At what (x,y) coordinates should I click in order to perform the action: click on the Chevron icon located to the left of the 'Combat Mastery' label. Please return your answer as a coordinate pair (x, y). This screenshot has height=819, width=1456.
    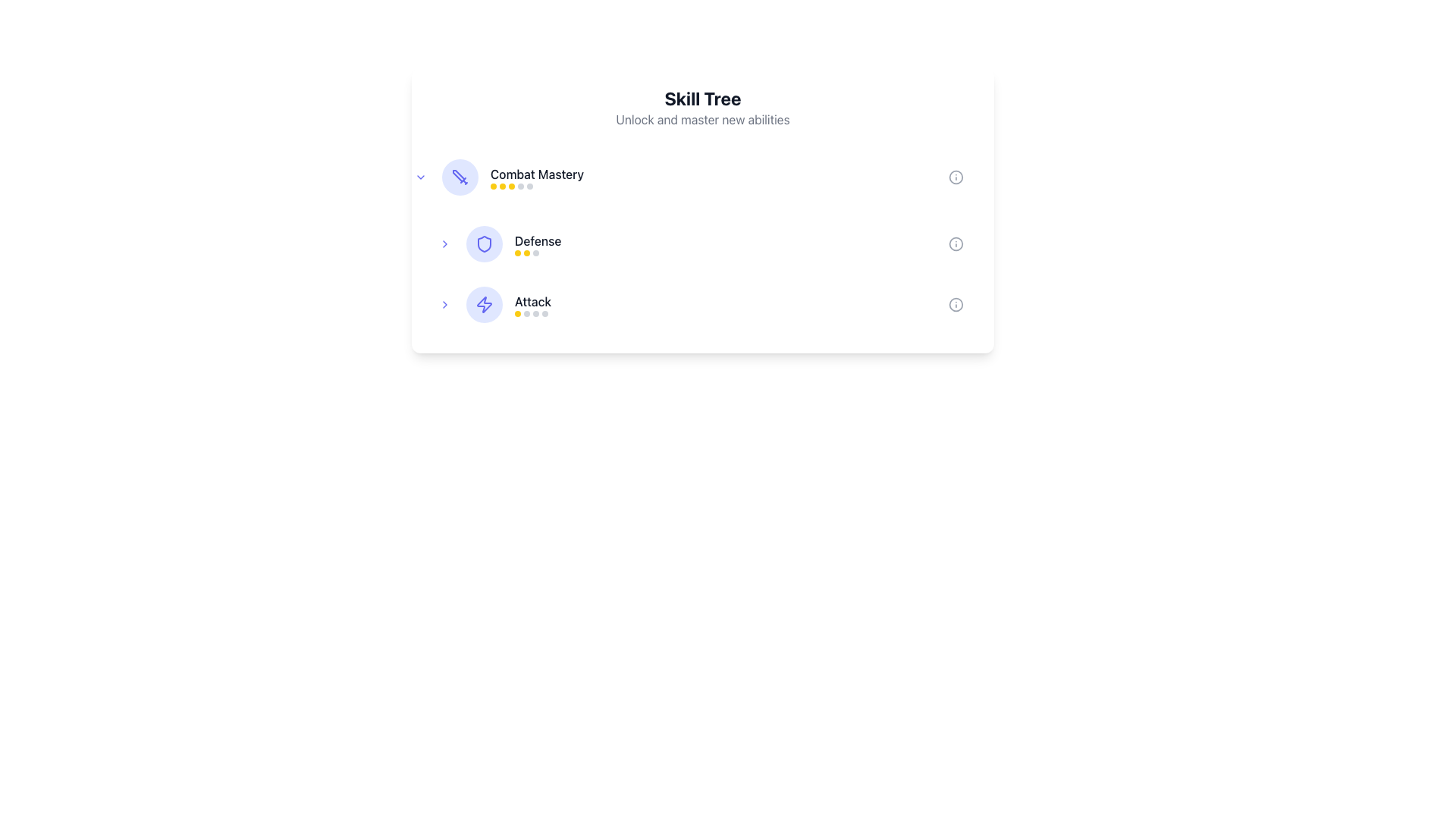
    Looking at the image, I should click on (421, 177).